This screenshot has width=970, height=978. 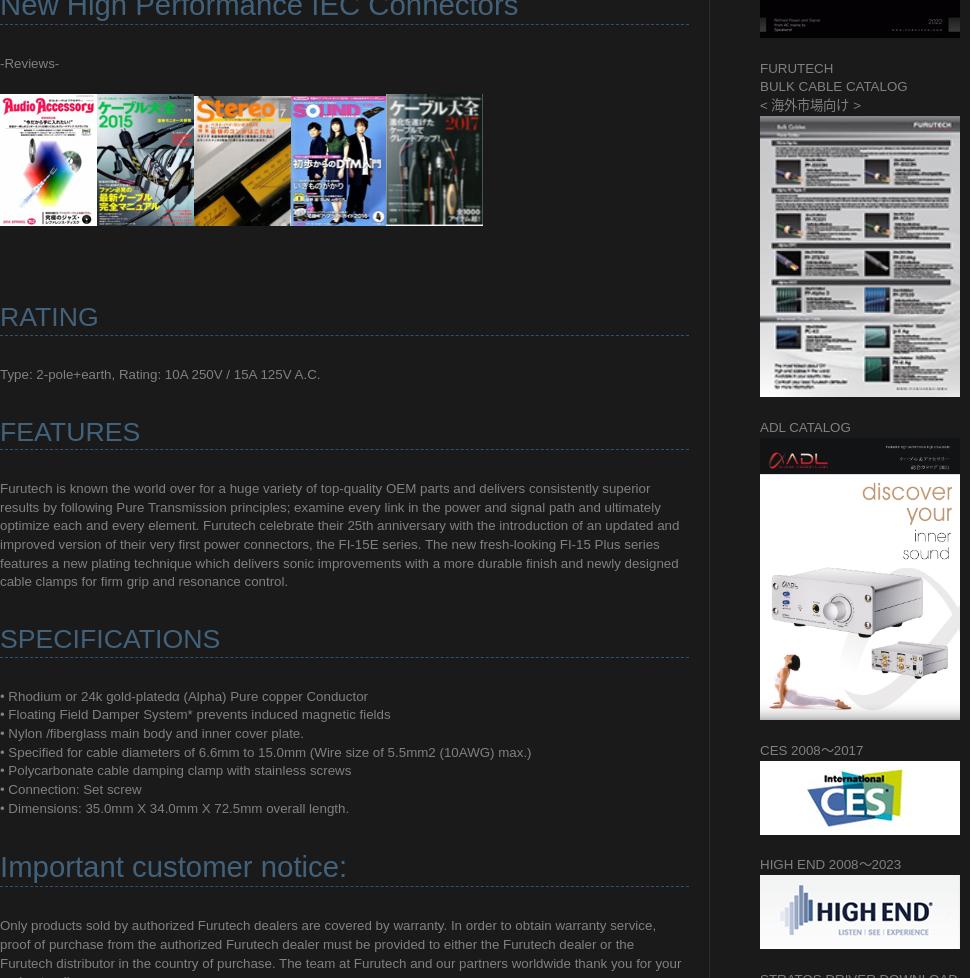 What do you see at coordinates (0, 315) in the screenshot?
I see `'RATING'` at bounding box center [0, 315].